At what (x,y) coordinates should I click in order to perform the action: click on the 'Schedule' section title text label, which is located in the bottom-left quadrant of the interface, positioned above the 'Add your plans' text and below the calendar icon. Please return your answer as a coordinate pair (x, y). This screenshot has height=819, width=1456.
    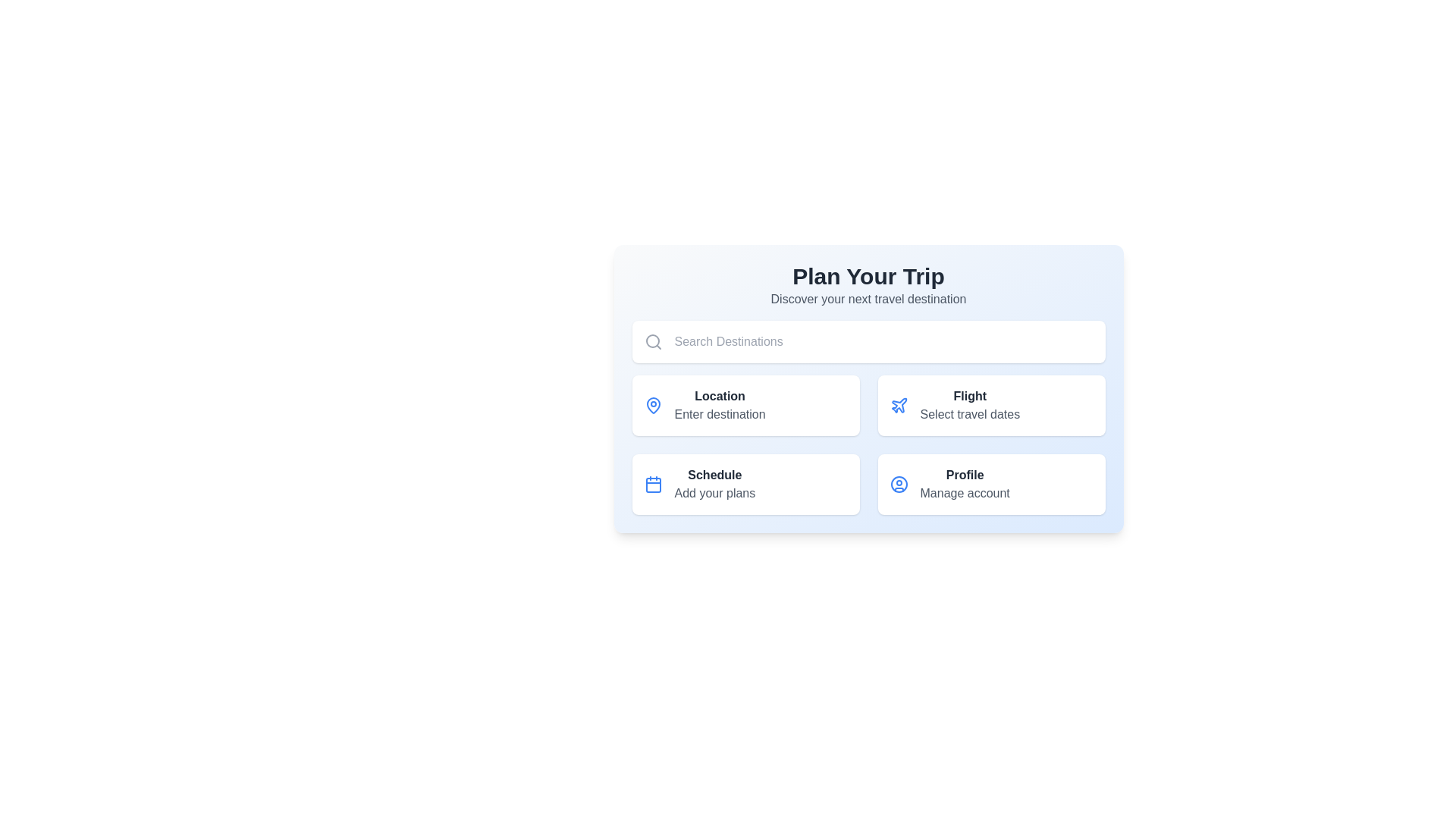
    Looking at the image, I should click on (714, 475).